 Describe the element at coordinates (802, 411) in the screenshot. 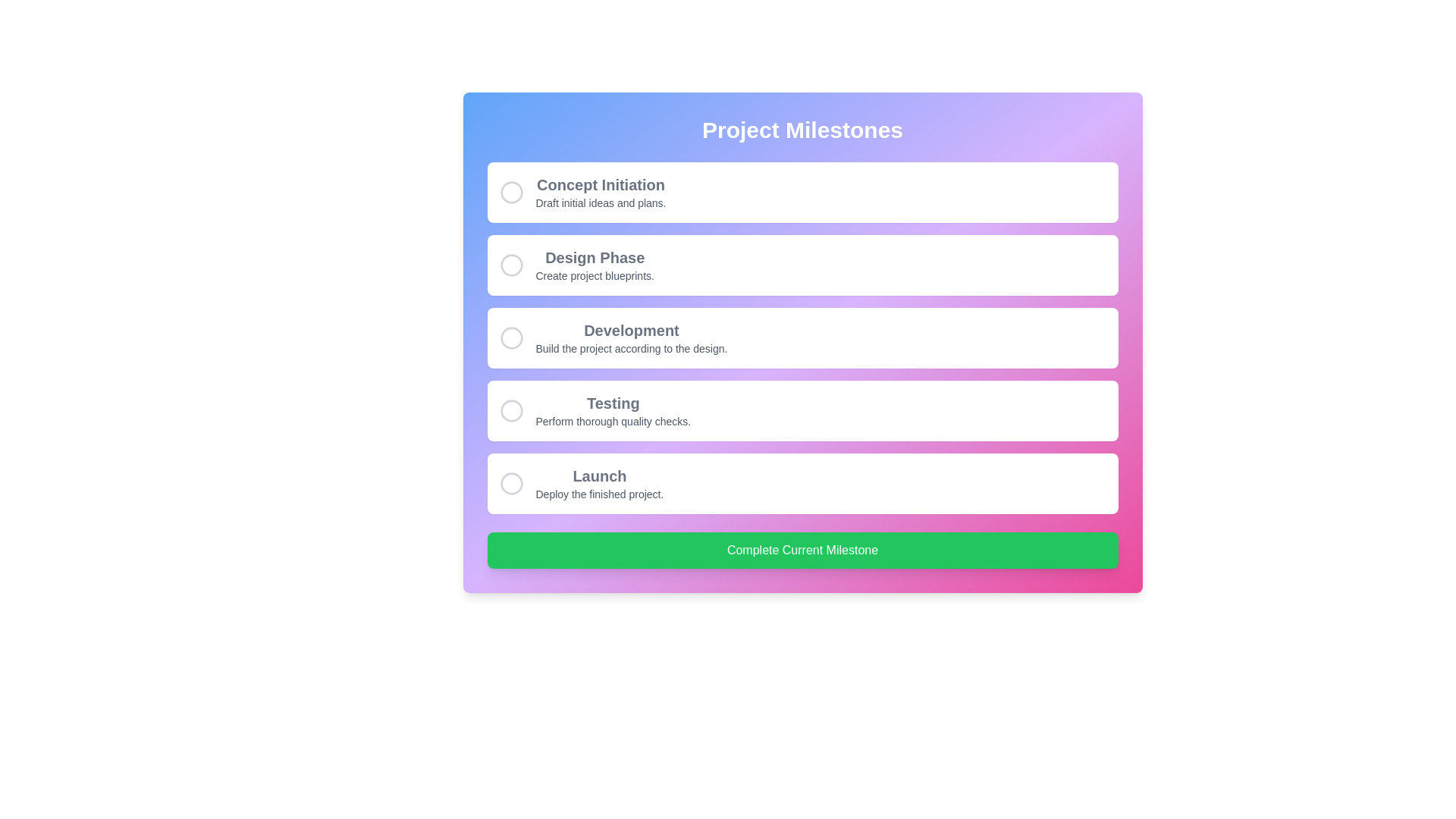

I see `the 'Testing' milestone indicator card, which is the fourth item in a vertically stacked list of progress cards` at that location.